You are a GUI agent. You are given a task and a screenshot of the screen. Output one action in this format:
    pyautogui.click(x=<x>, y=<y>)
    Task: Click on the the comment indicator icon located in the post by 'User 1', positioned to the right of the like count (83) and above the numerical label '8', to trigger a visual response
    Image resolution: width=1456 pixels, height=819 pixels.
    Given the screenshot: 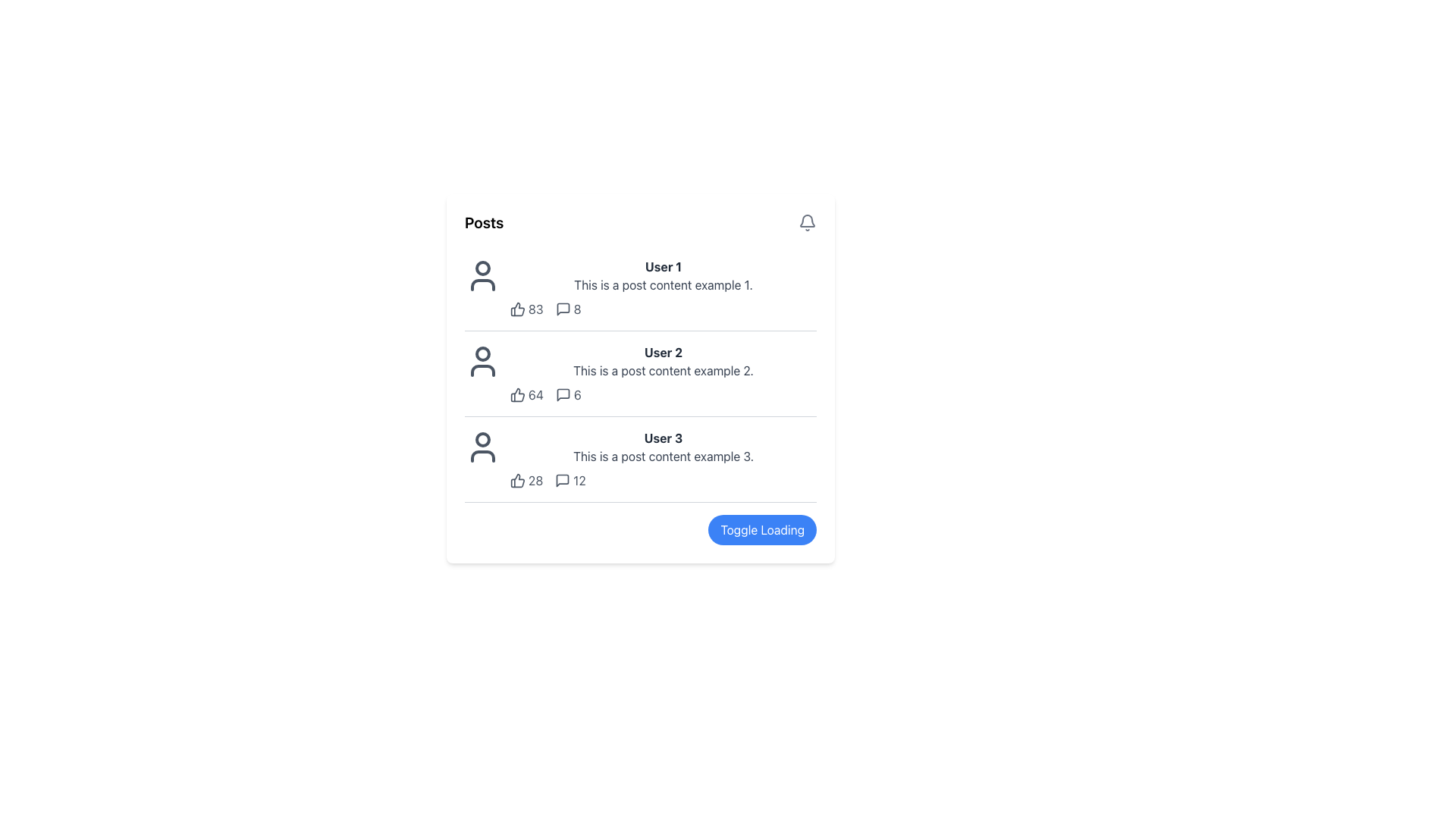 What is the action you would take?
    pyautogui.click(x=562, y=309)
    